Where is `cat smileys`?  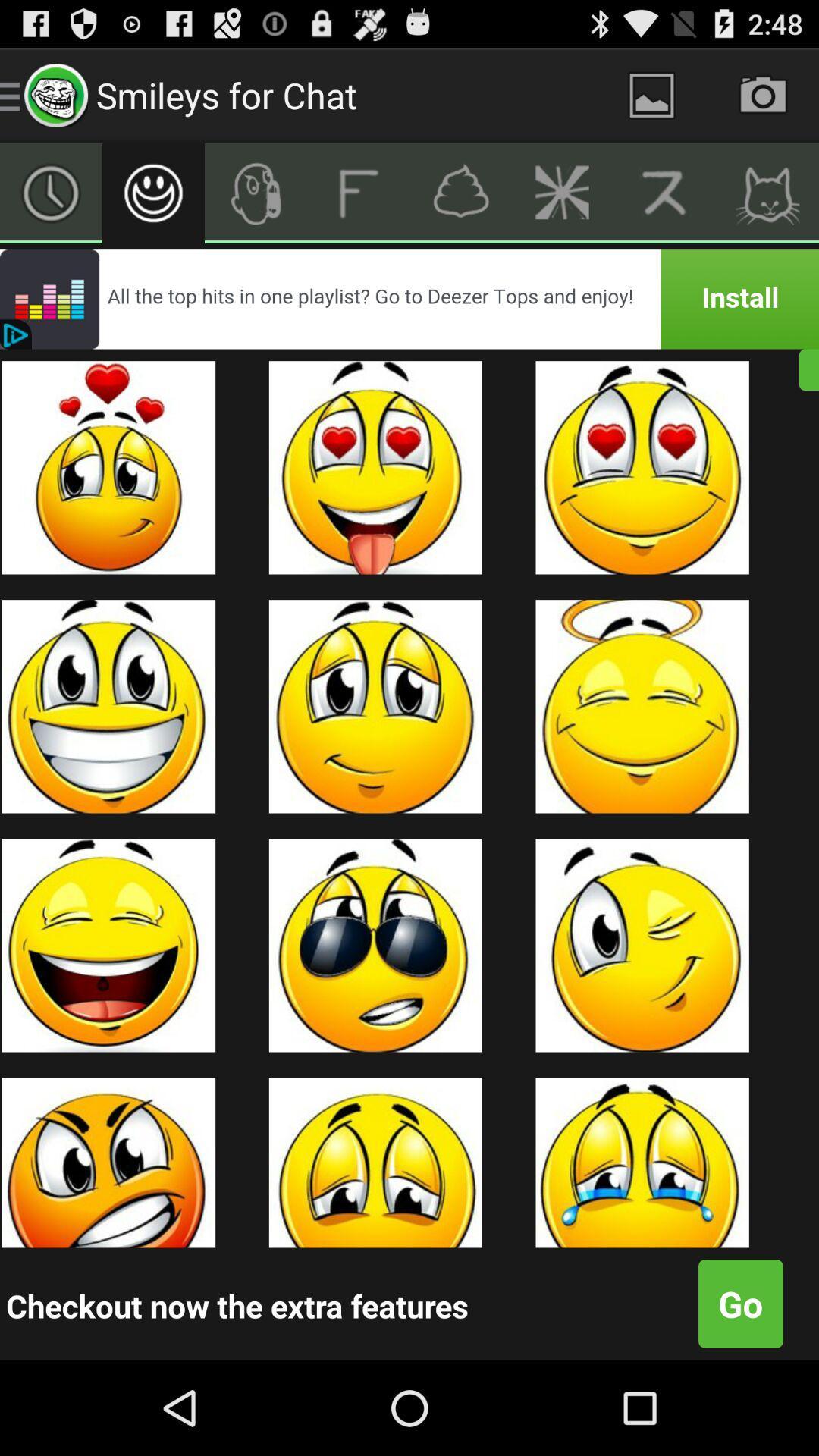 cat smileys is located at coordinates (767, 192).